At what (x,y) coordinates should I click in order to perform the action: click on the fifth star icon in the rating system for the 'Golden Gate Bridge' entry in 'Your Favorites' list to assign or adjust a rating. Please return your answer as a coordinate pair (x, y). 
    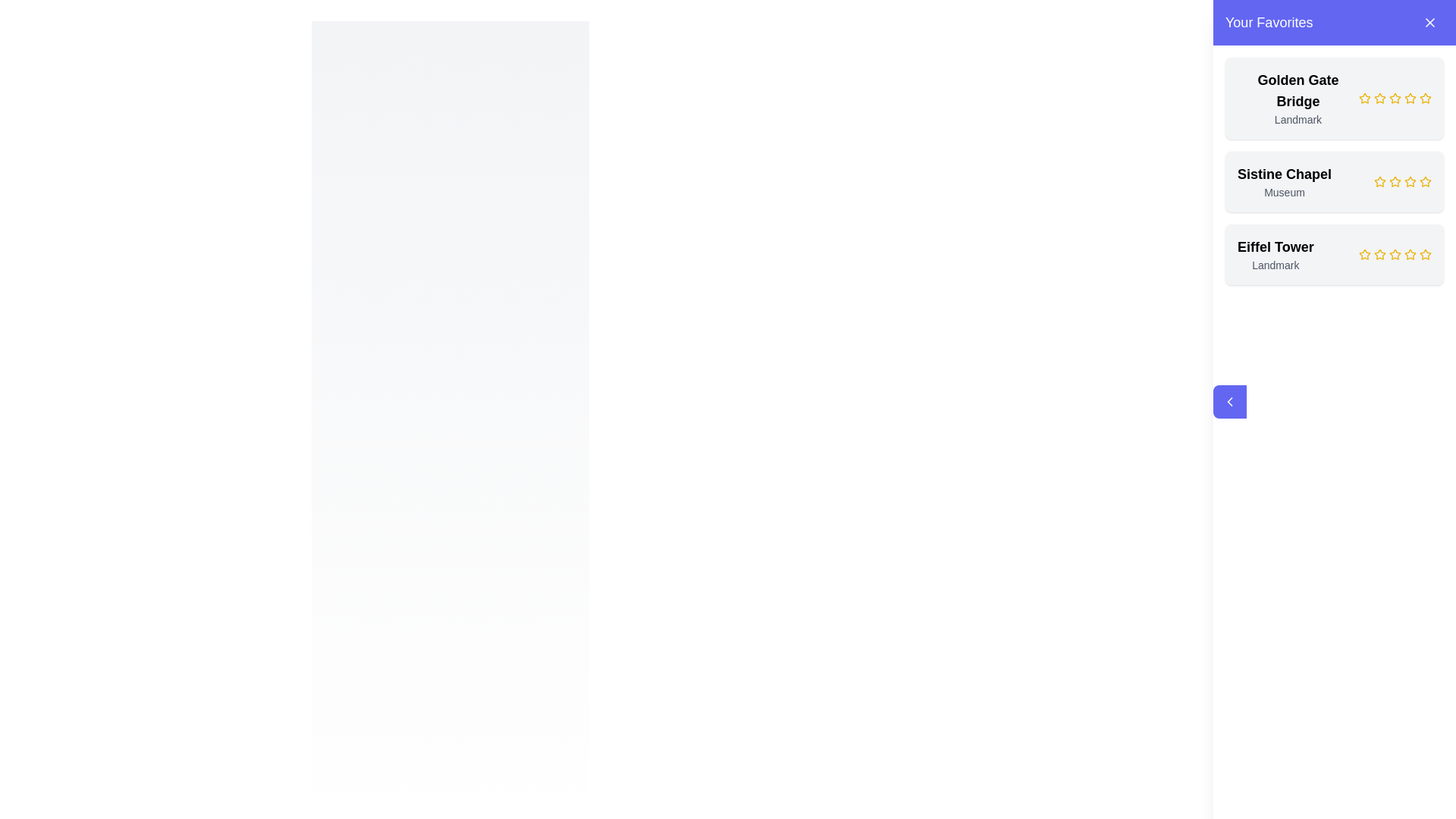
    Looking at the image, I should click on (1410, 99).